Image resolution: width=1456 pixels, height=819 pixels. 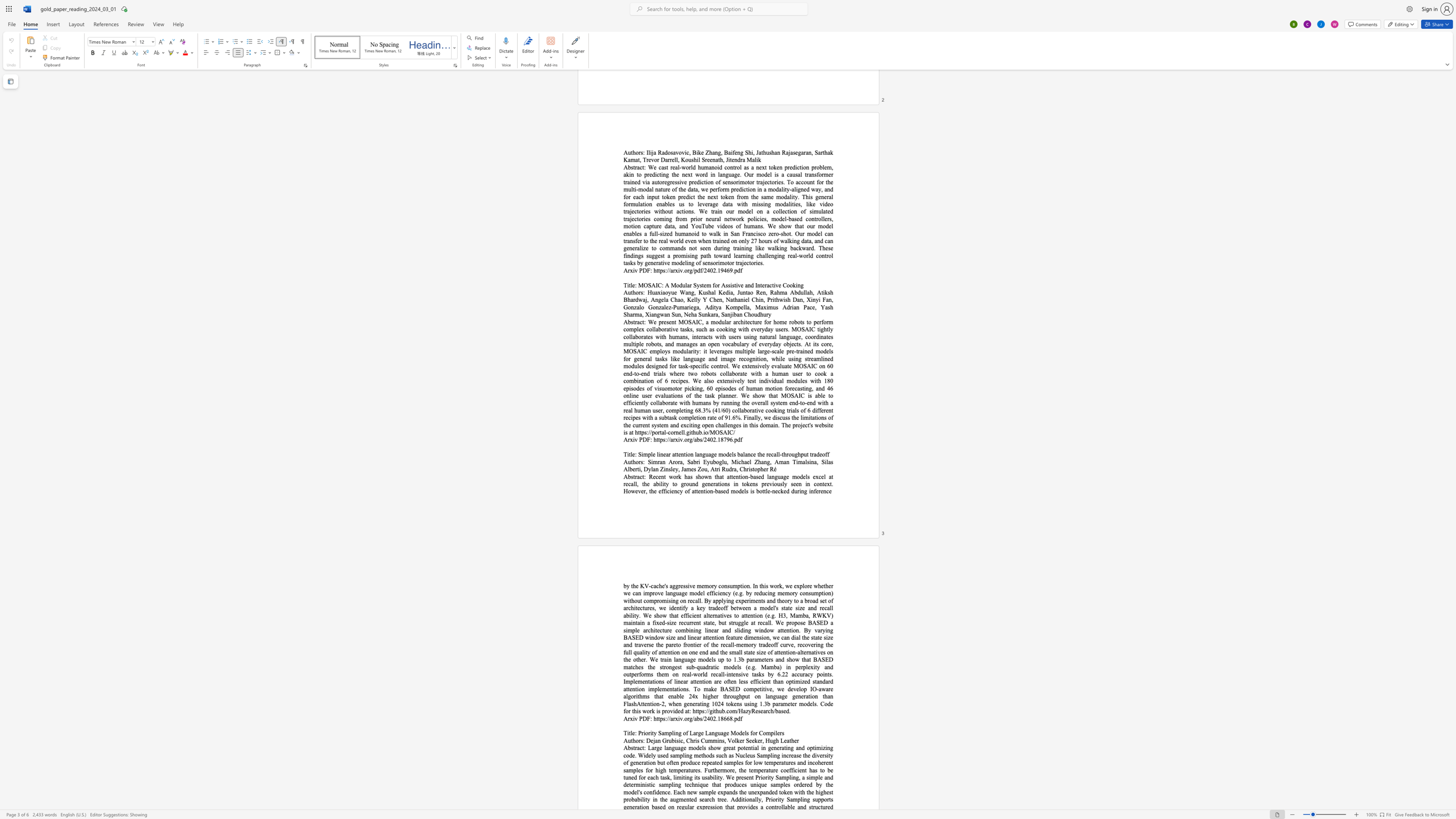 What do you see at coordinates (825, 454) in the screenshot?
I see `the 1th character "f" in the text` at bounding box center [825, 454].